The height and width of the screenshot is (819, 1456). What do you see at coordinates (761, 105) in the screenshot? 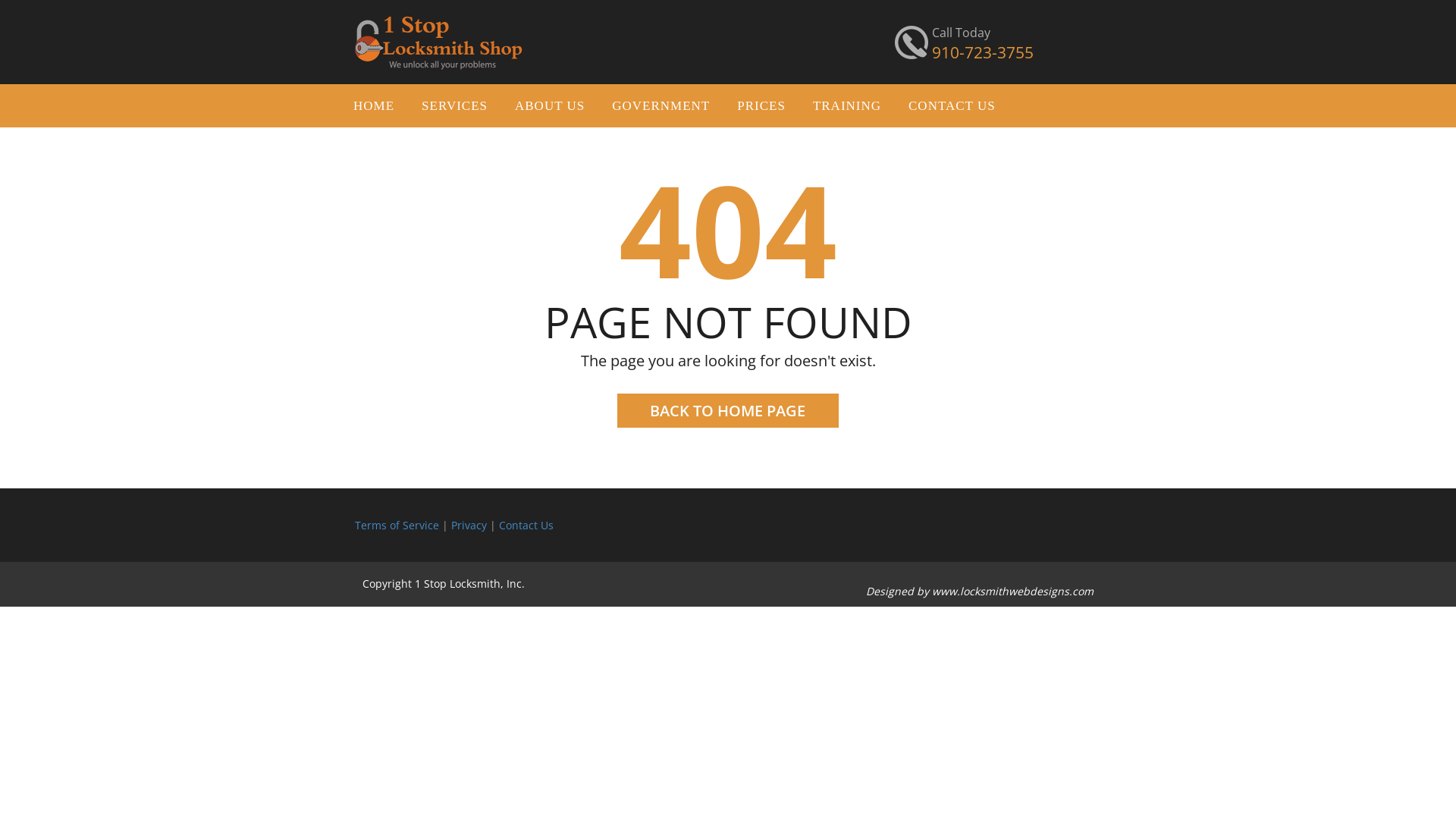
I see `'PRICES'` at bounding box center [761, 105].